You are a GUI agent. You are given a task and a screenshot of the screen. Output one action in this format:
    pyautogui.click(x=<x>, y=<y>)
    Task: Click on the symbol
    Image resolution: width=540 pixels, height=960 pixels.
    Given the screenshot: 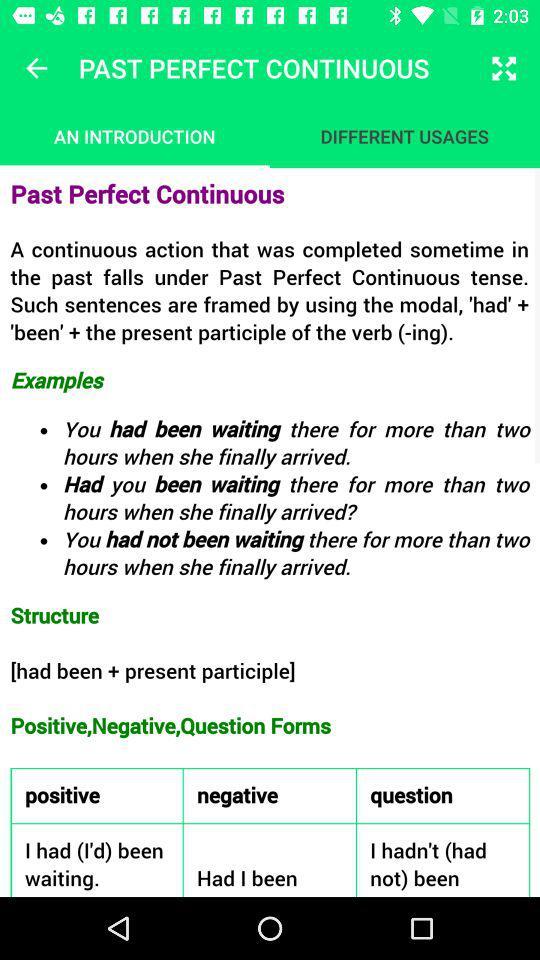 What is the action you would take?
    pyautogui.click(x=36, y=68)
    